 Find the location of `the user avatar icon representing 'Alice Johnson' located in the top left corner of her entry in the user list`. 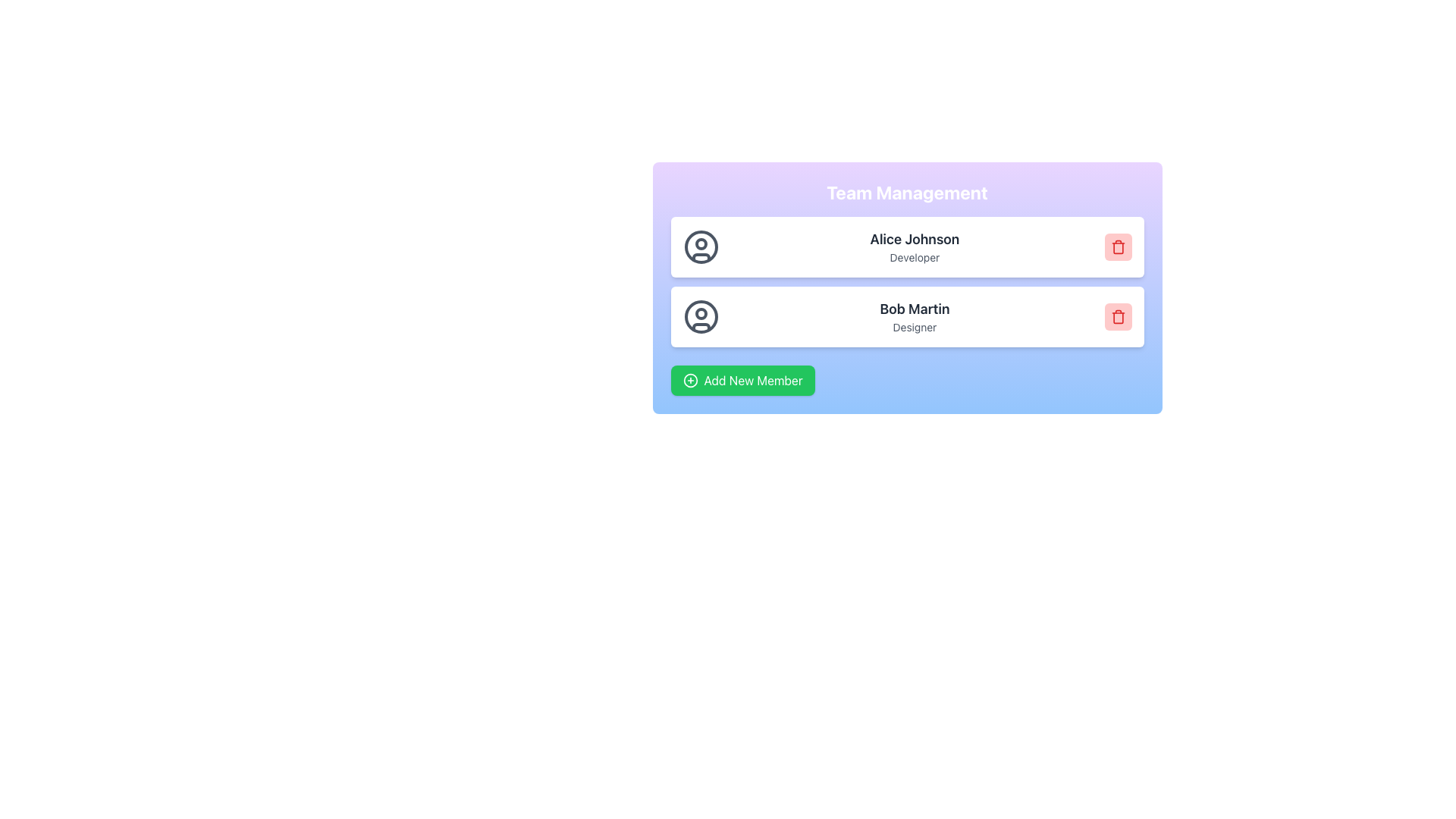

the user avatar icon representing 'Alice Johnson' located in the top left corner of her entry in the user list is located at coordinates (700, 246).